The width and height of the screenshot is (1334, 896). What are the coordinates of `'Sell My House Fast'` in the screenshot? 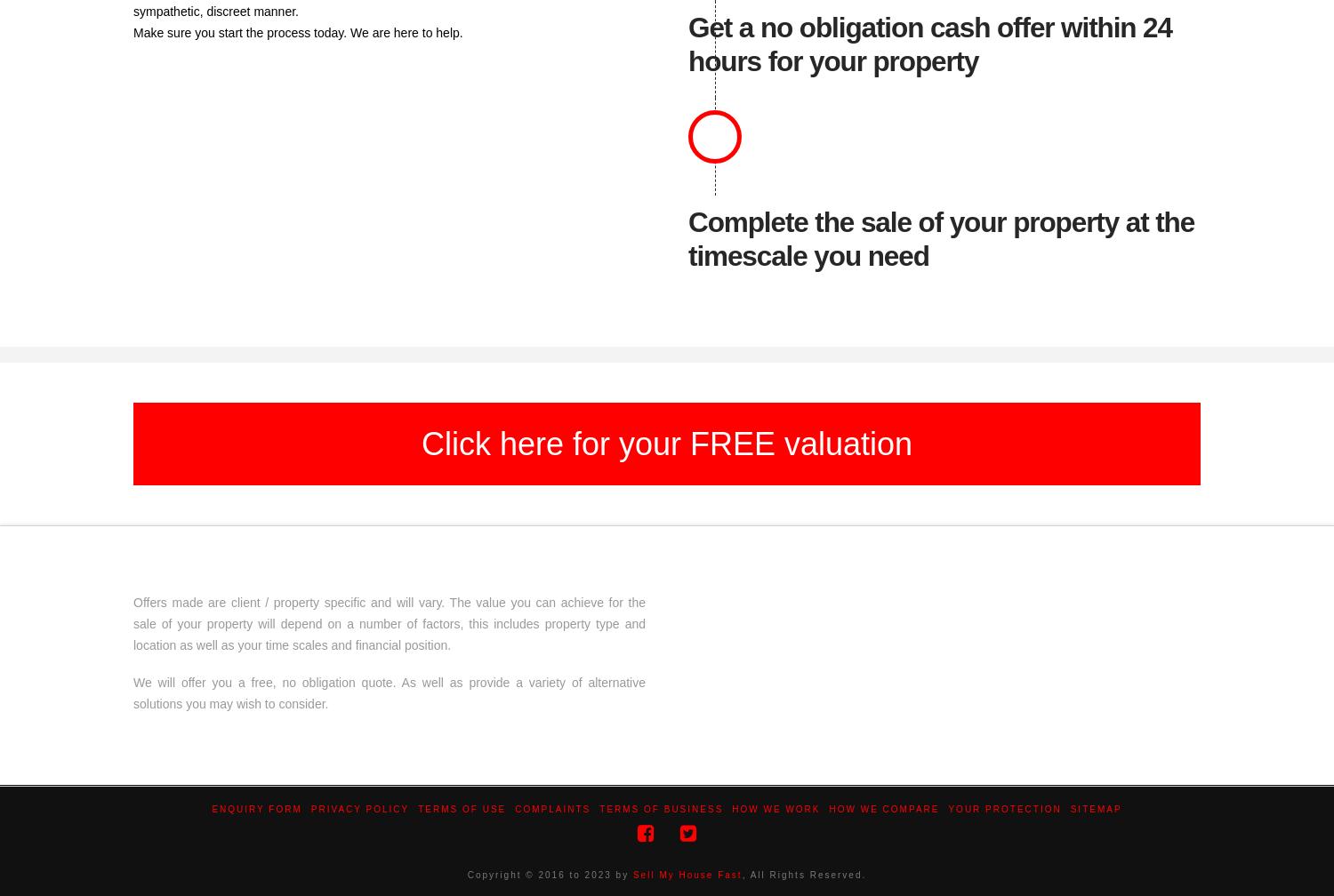 It's located at (631, 875).